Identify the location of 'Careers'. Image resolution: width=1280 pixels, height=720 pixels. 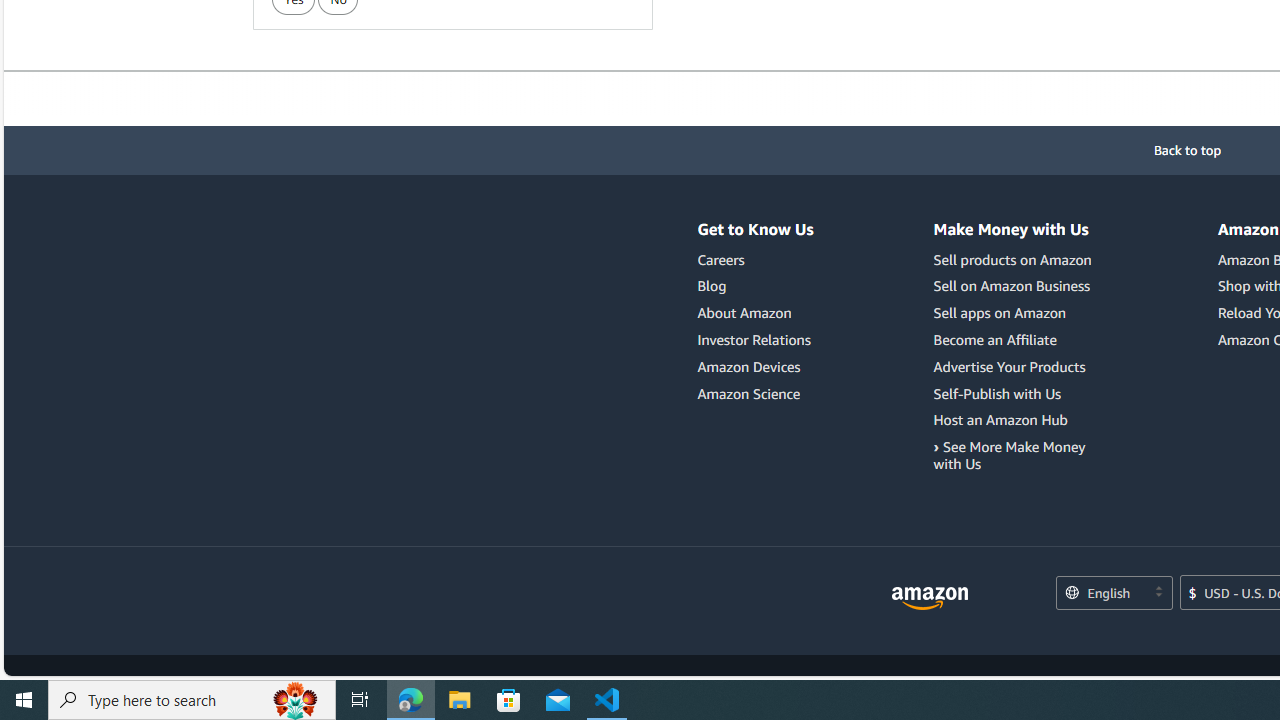
(754, 259).